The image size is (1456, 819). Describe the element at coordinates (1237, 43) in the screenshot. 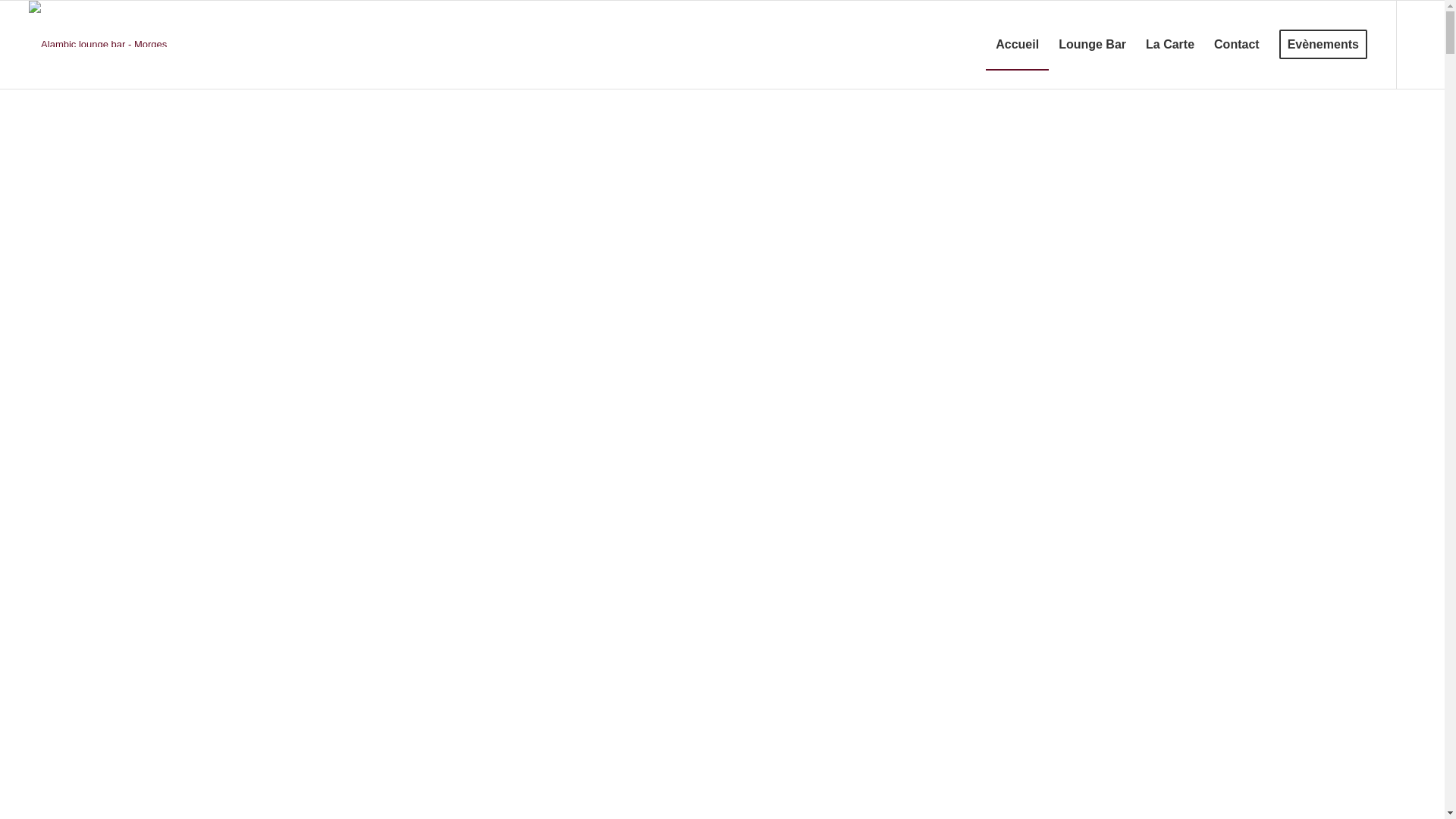

I see `'Contact'` at that location.